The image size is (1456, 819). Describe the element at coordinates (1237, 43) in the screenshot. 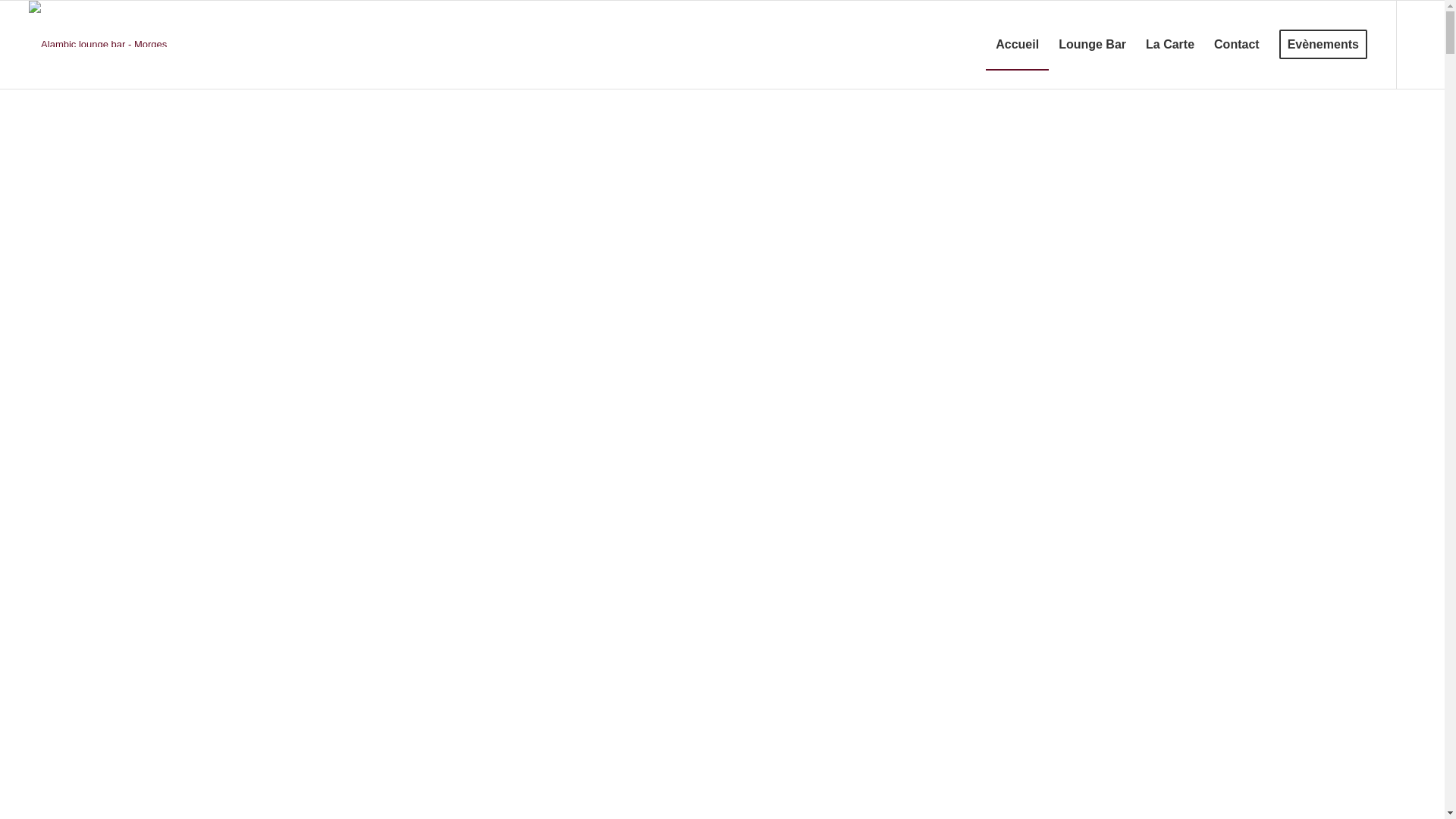

I see `'Contact'` at that location.